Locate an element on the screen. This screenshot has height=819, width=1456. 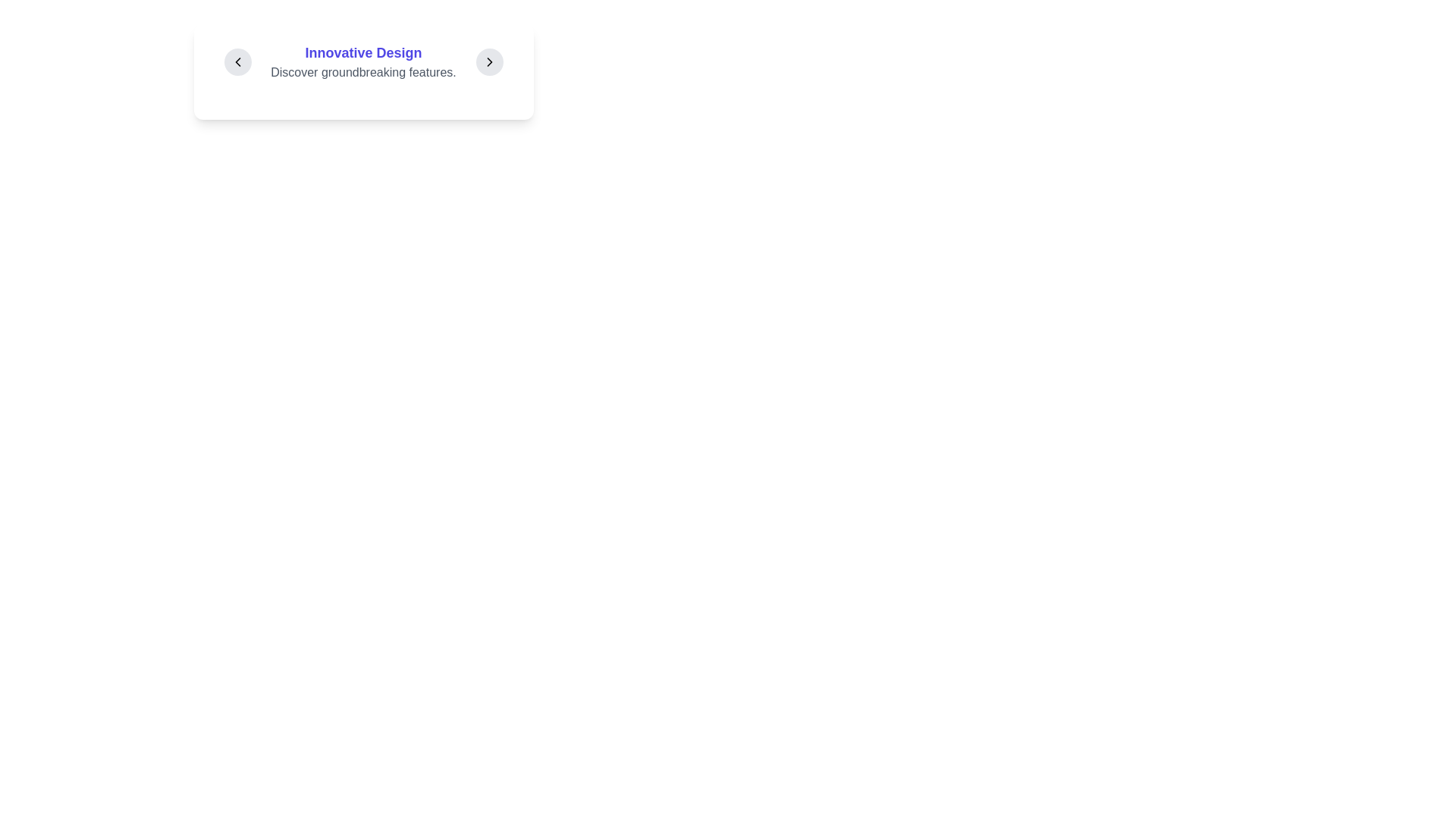
the SVG chevron right icon located at the far right of the rectangular card layout for keyboard navigation is located at coordinates (489, 61).